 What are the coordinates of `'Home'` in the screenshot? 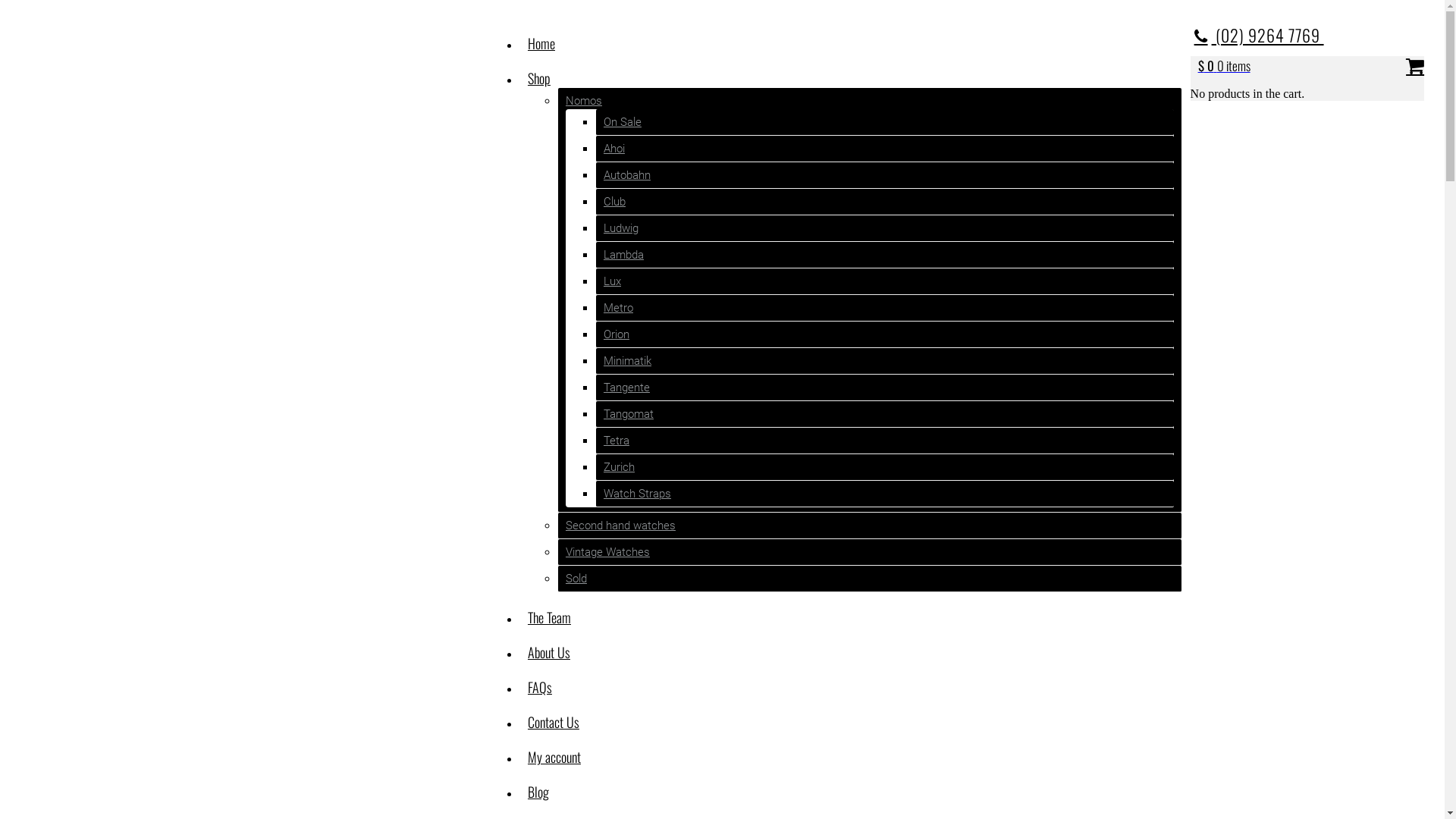 It's located at (541, 42).